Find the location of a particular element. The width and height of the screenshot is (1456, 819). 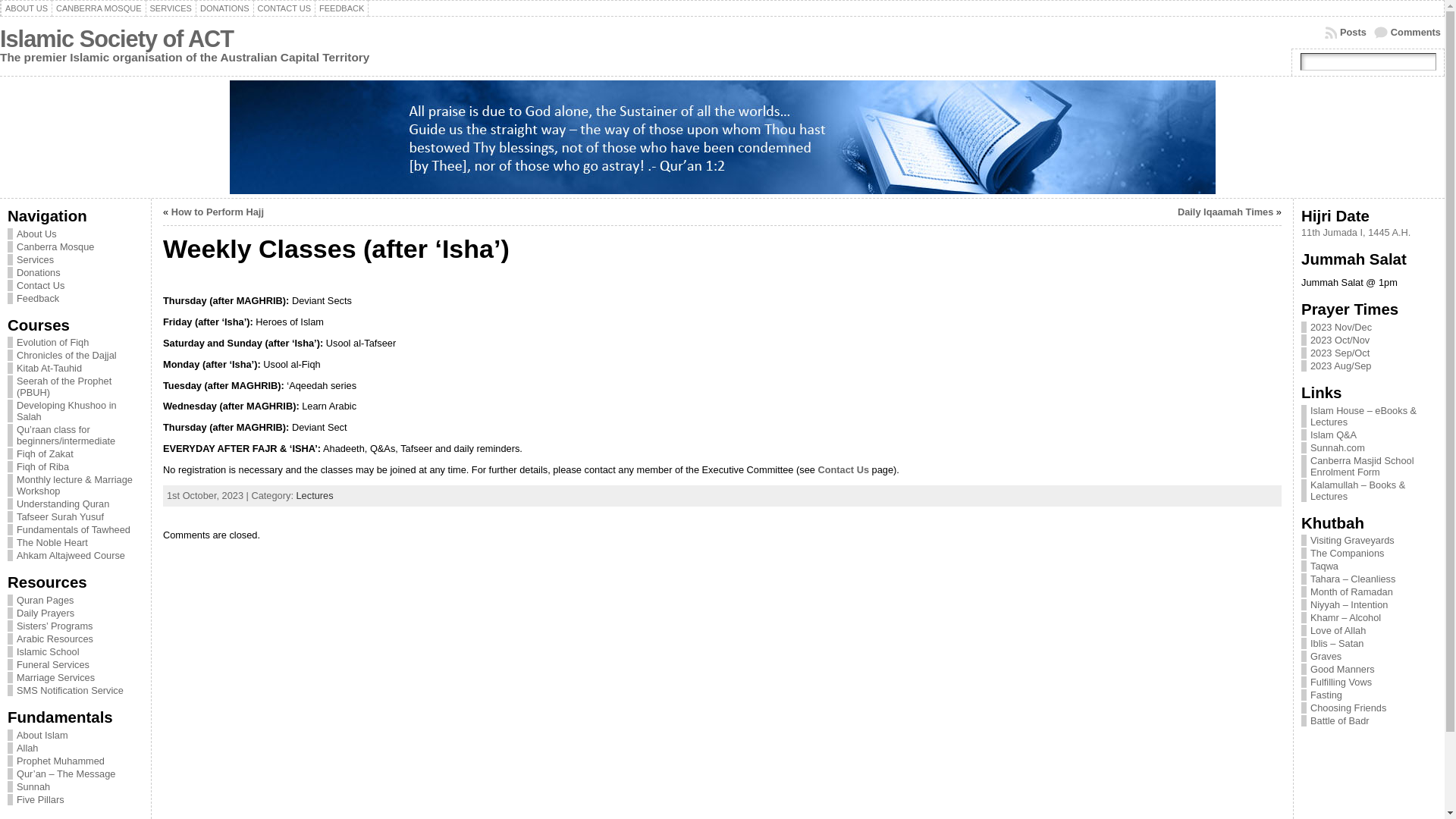

'Evolution of Fiqh' is located at coordinates (74, 342).